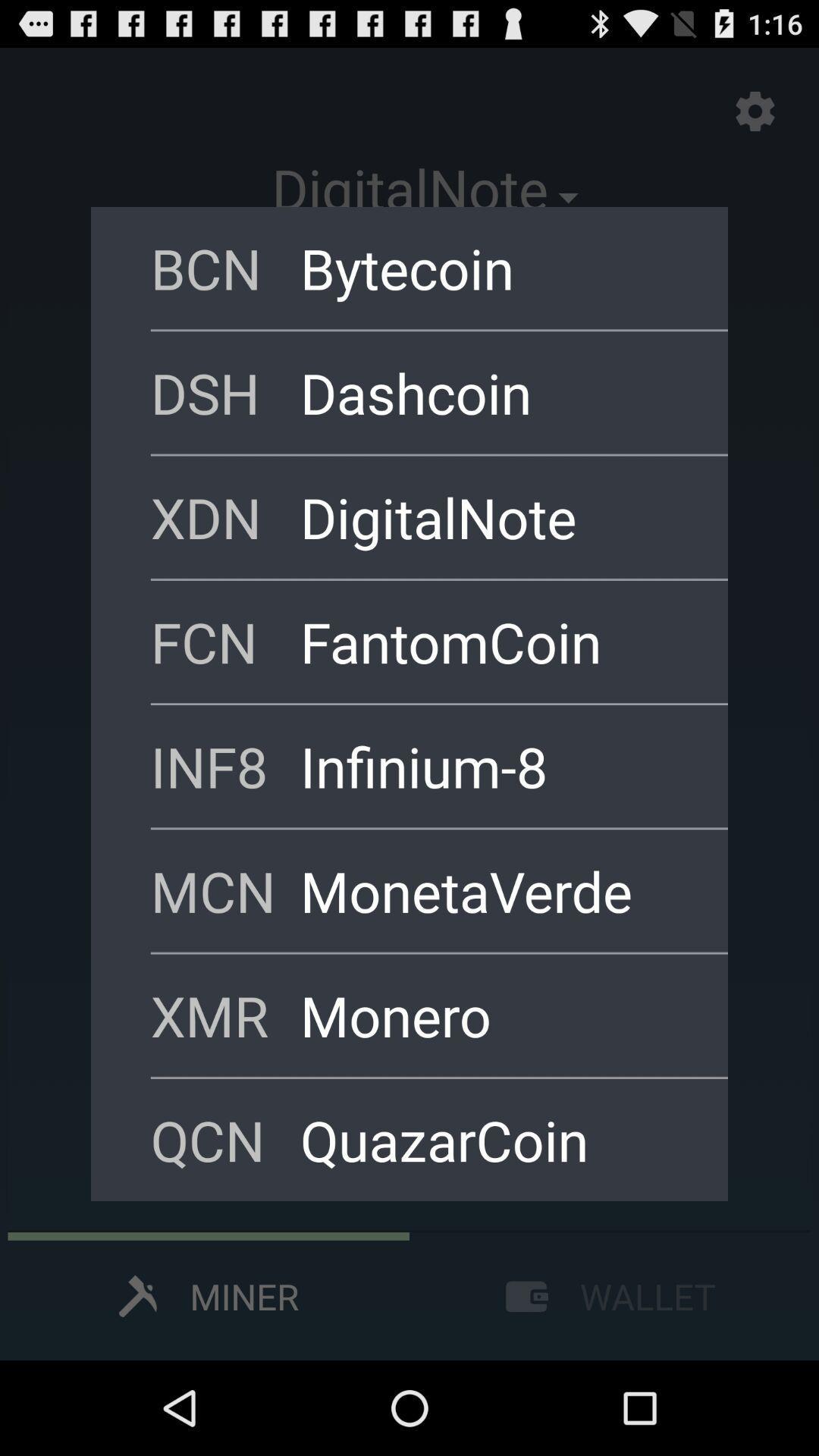 The image size is (819, 1456). I want to click on the icon to the left of the digitalnote, so click(225, 517).